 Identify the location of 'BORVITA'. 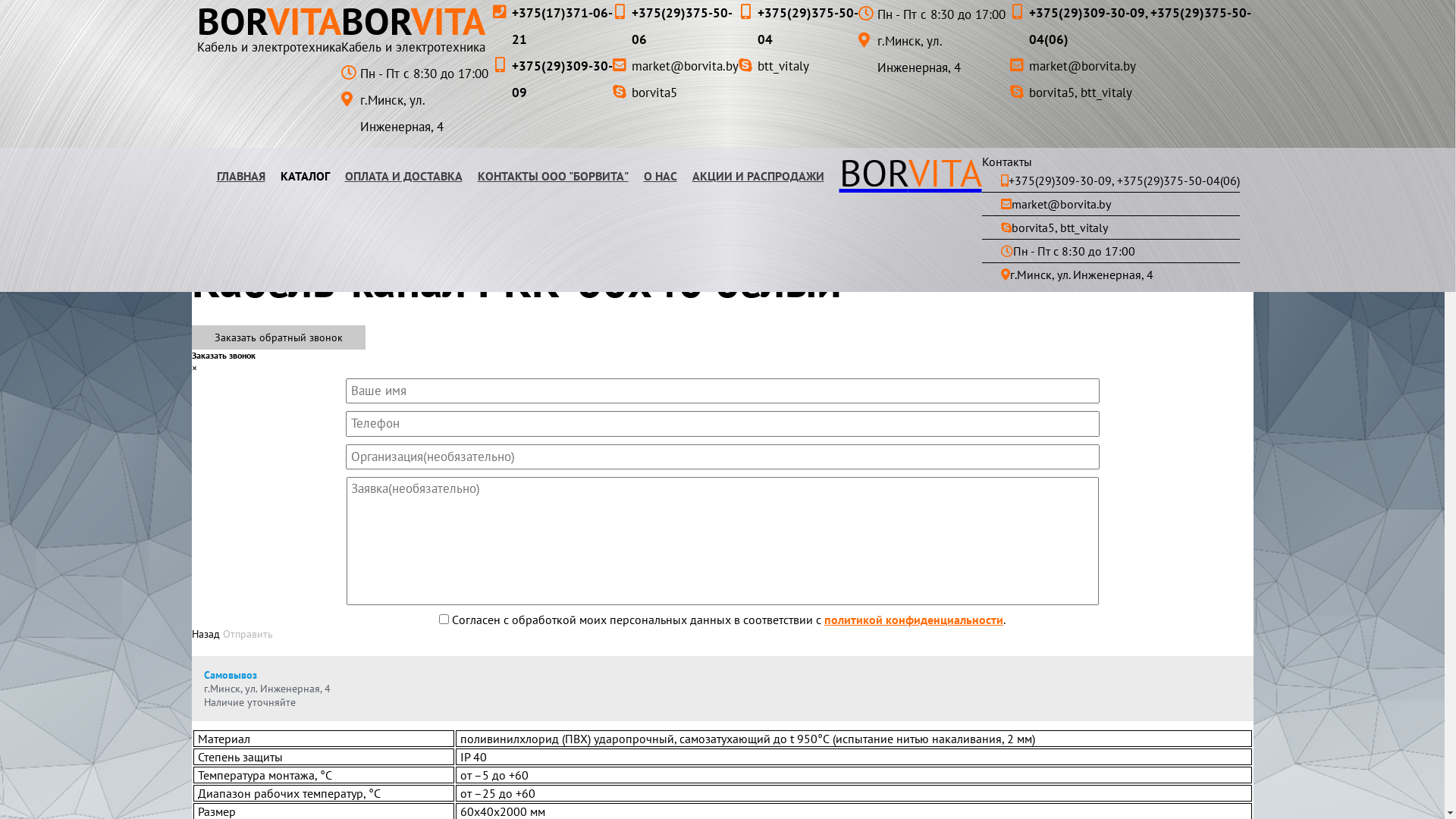
(910, 171).